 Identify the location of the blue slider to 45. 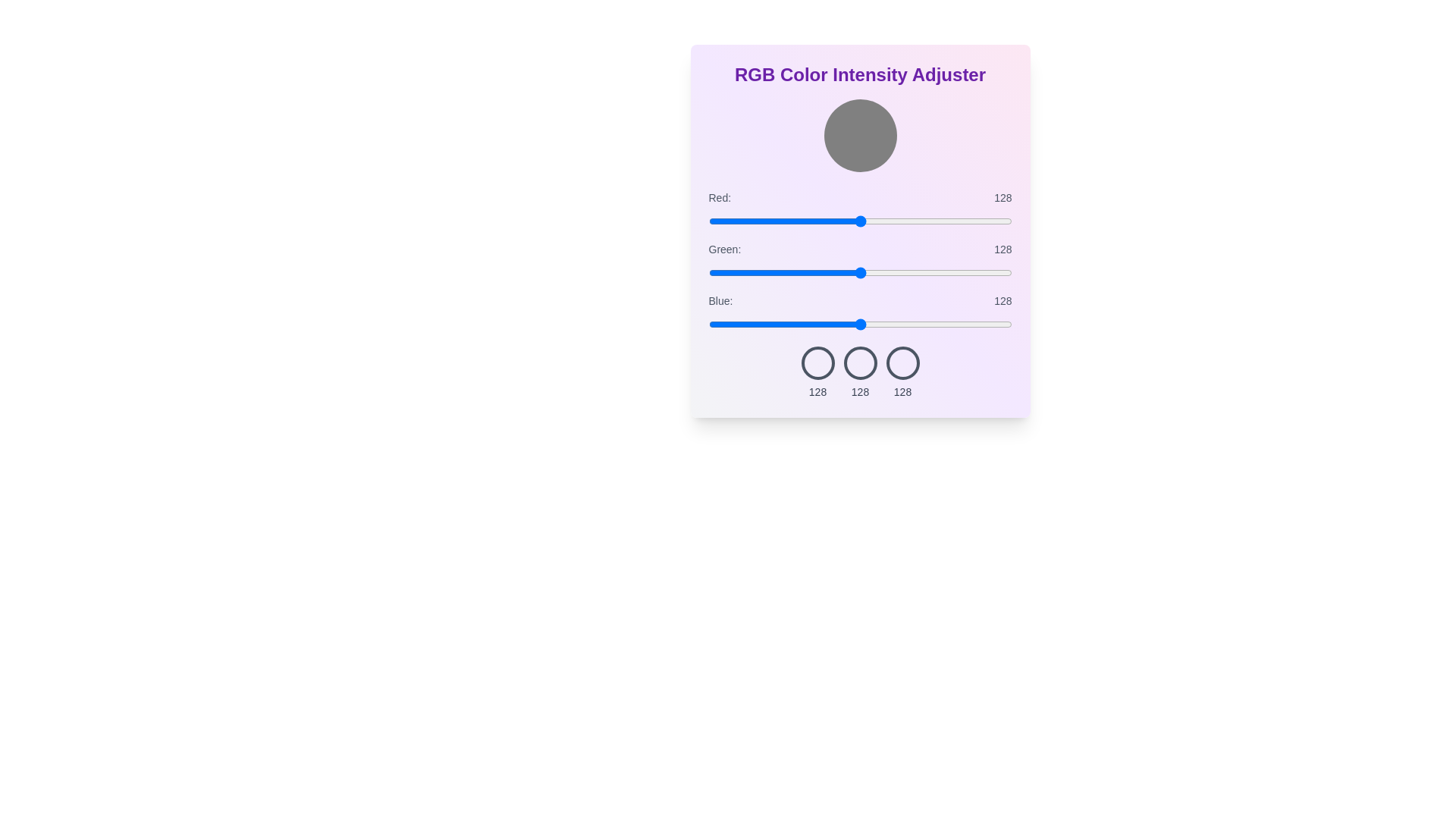
(762, 324).